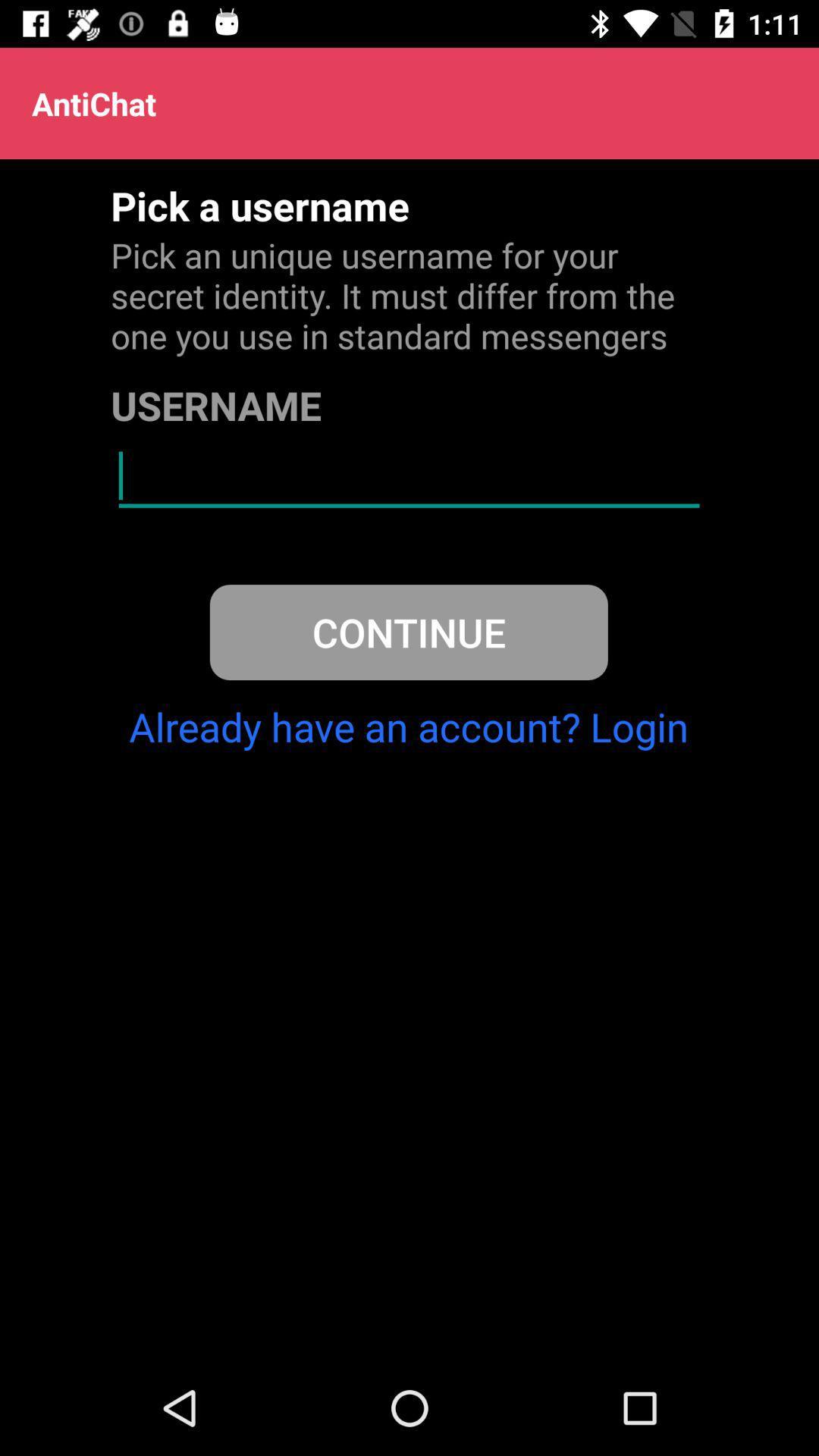 The height and width of the screenshot is (1456, 819). Describe the element at coordinates (408, 475) in the screenshot. I see `username` at that location.